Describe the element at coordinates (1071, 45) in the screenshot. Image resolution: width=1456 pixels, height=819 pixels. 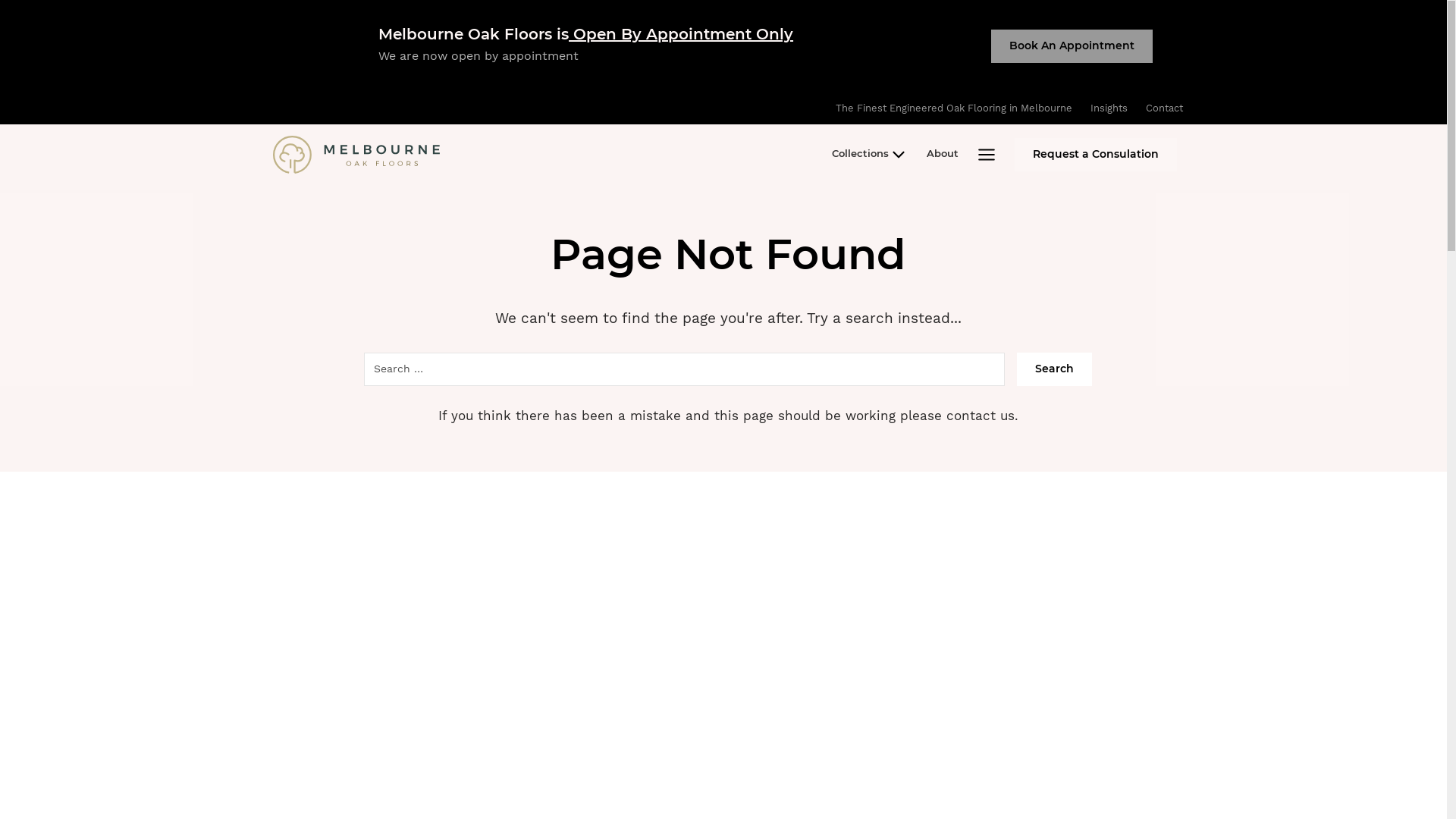
I see `'Book An Appointment'` at that location.